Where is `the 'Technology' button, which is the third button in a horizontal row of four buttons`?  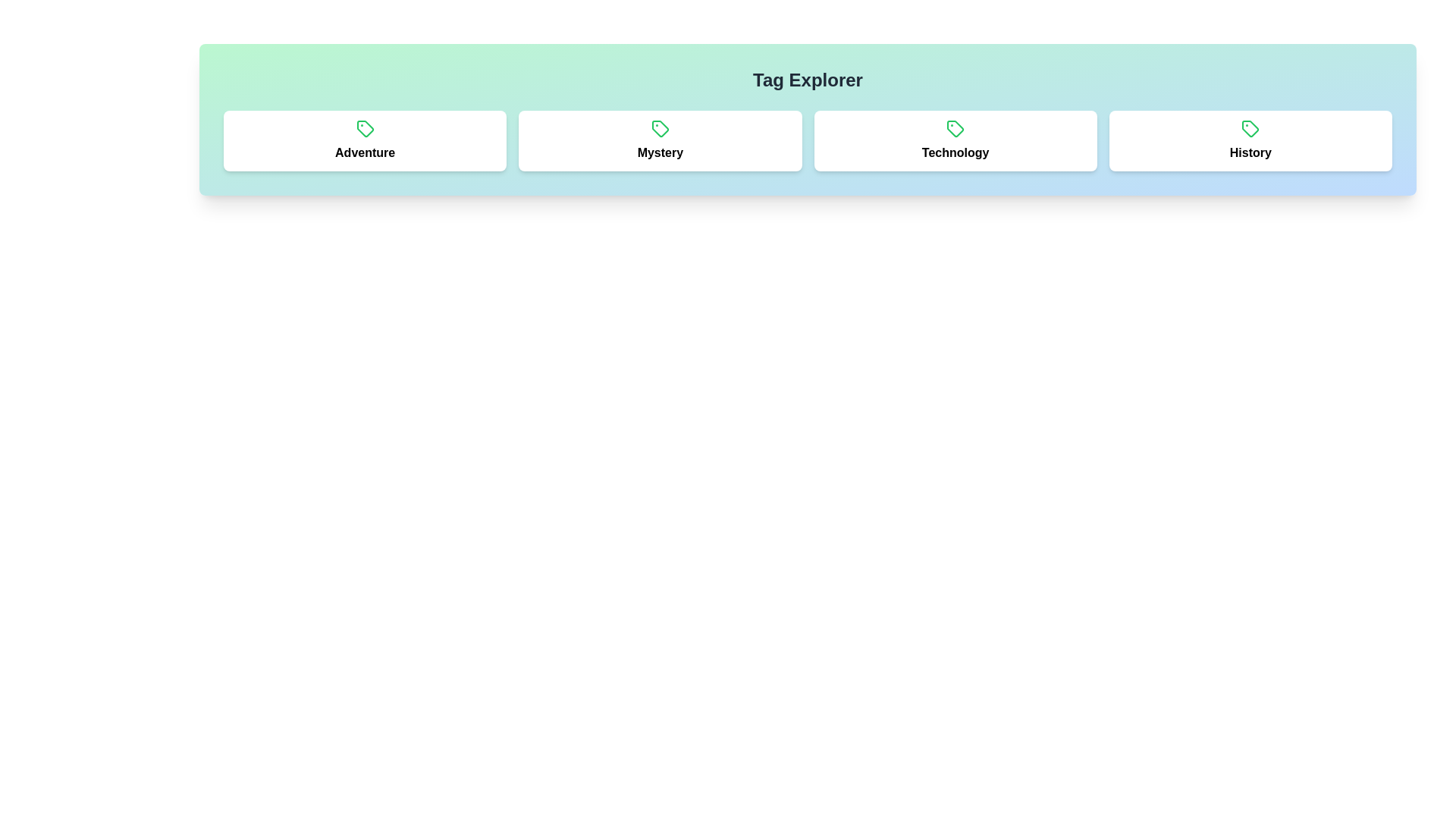 the 'Technology' button, which is the third button in a horizontal row of four buttons is located at coordinates (955, 140).